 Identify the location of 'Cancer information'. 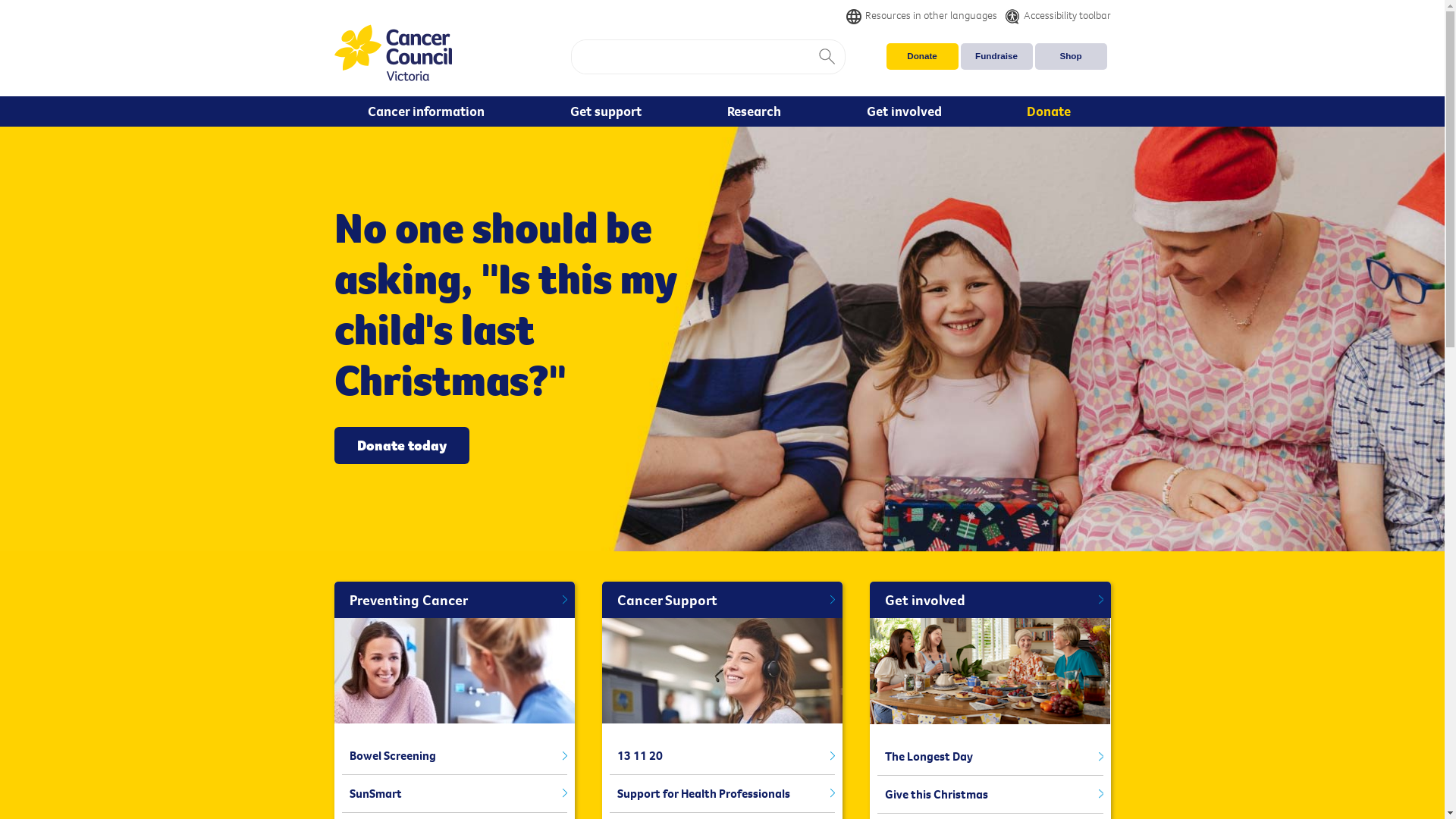
(428, 110).